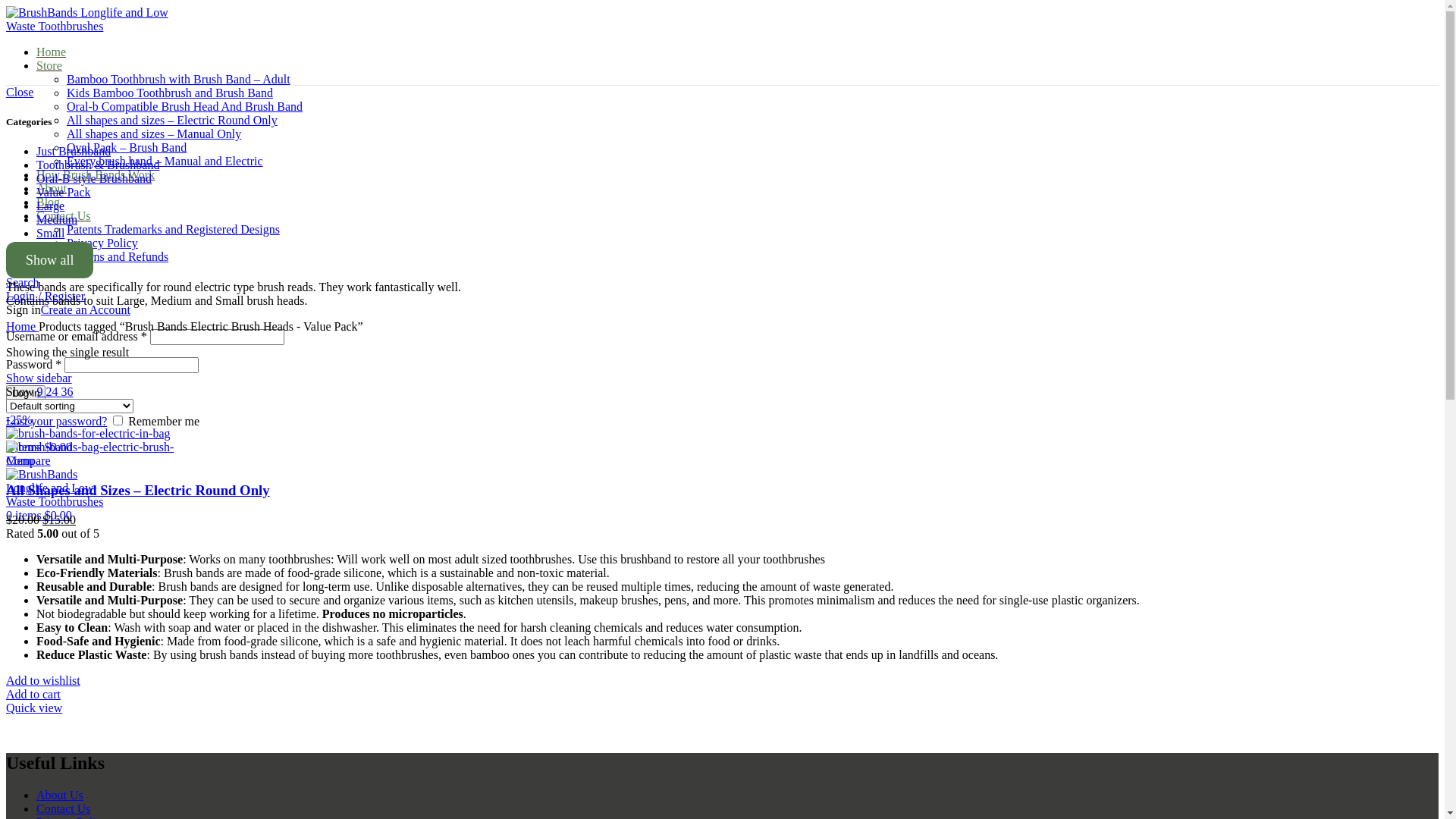  What do you see at coordinates (94, 174) in the screenshot?
I see `'How Brush Bands Work'` at bounding box center [94, 174].